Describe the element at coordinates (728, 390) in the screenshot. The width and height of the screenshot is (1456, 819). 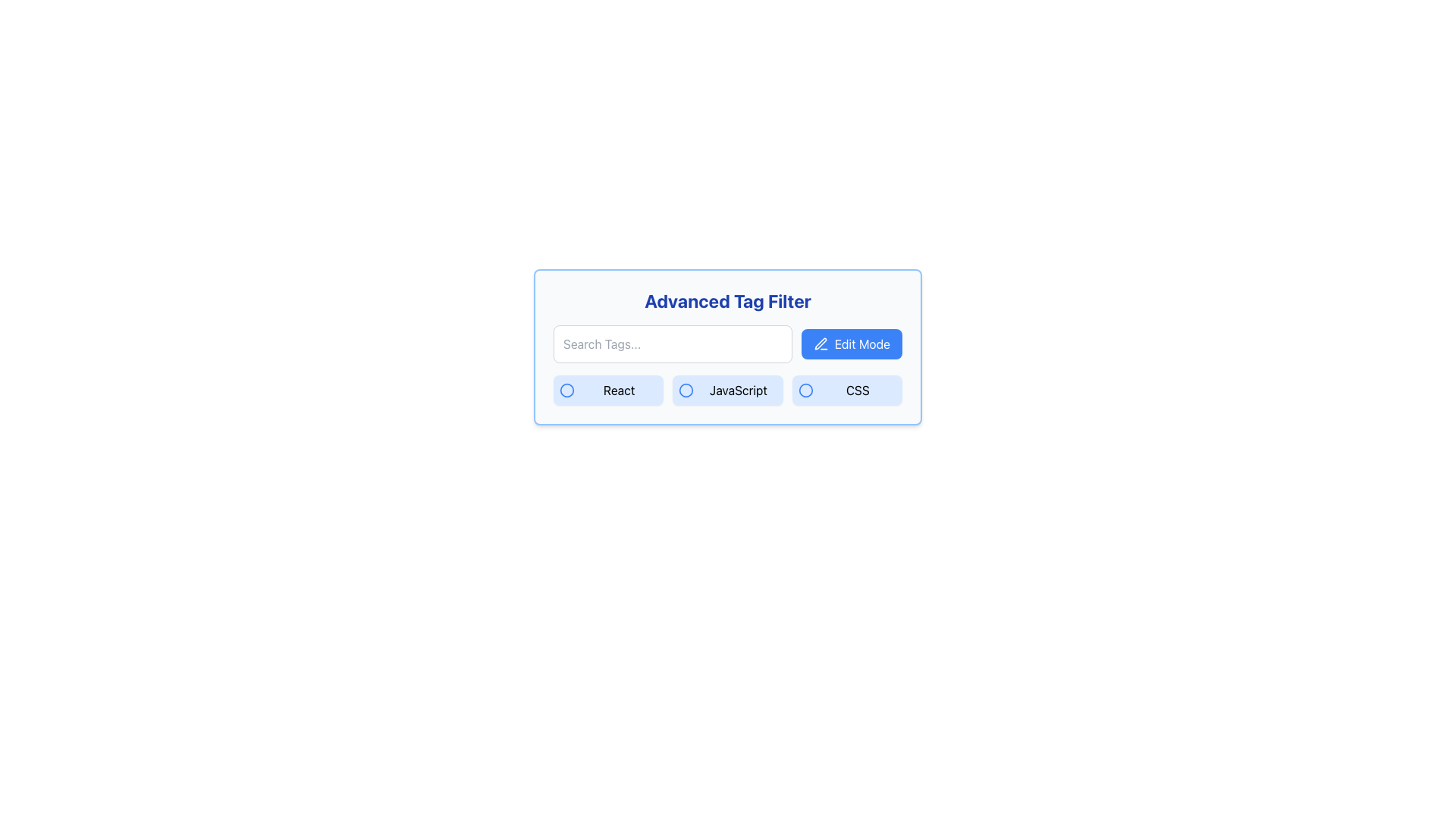
I see `one of the items in the Grid of selectable items for the Advanced Tag Filter` at that location.